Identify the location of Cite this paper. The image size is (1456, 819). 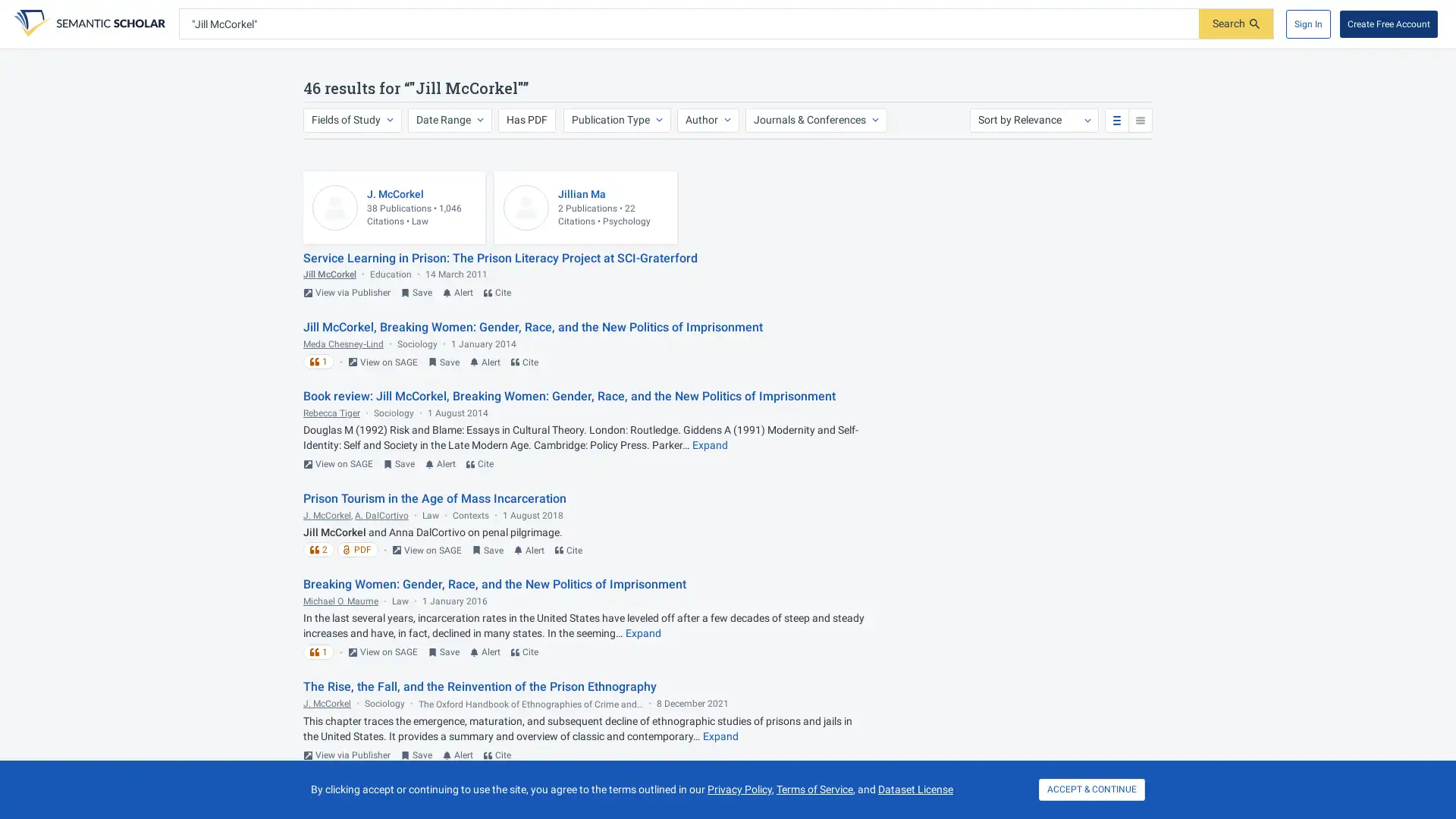
(479, 463).